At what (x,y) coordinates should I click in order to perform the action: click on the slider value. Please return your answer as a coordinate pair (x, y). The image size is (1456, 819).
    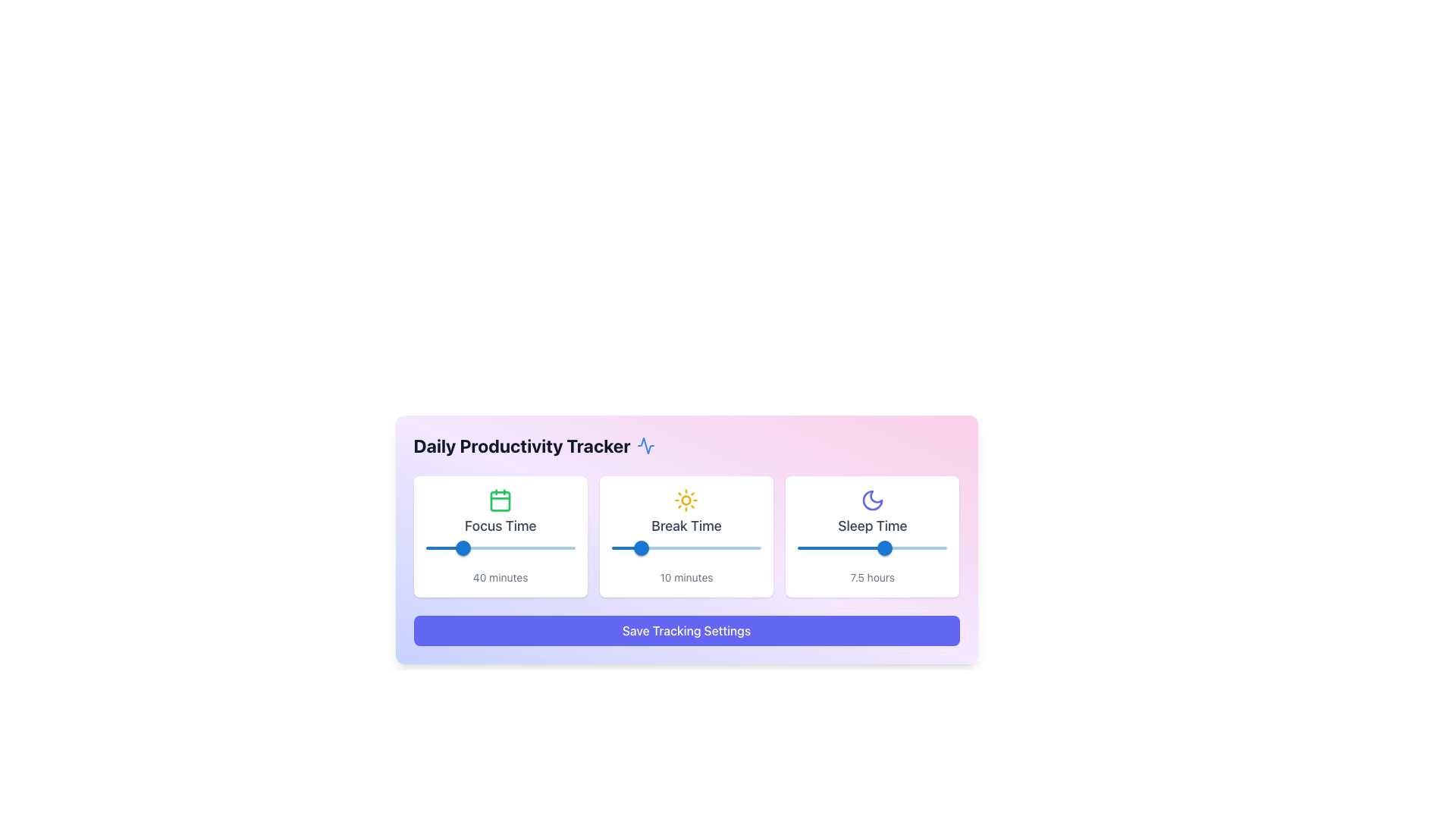
    Looking at the image, I should click on (946, 548).